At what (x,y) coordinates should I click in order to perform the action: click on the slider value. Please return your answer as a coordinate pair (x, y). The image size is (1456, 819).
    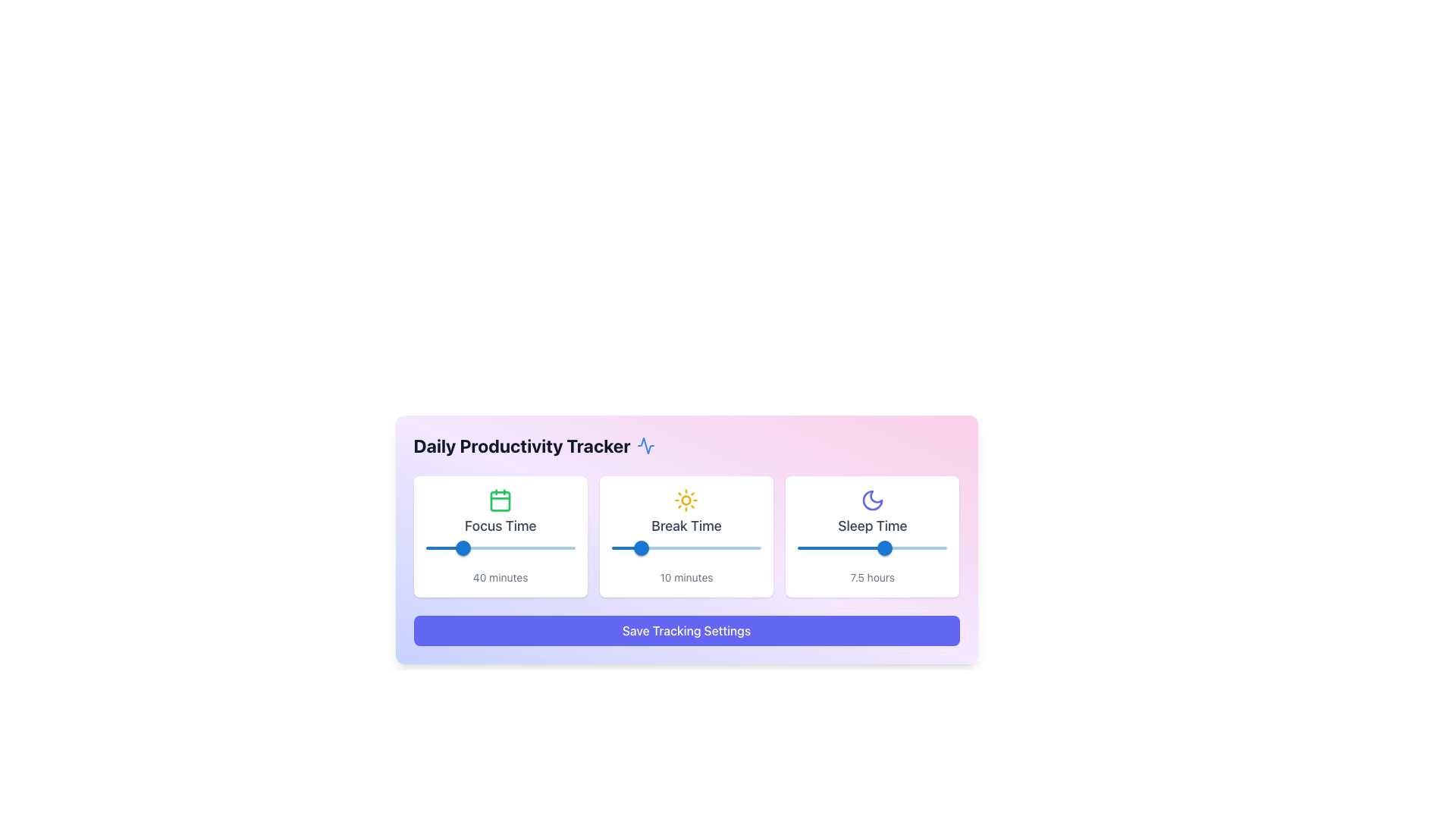
    Looking at the image, I should click on (946, 548).